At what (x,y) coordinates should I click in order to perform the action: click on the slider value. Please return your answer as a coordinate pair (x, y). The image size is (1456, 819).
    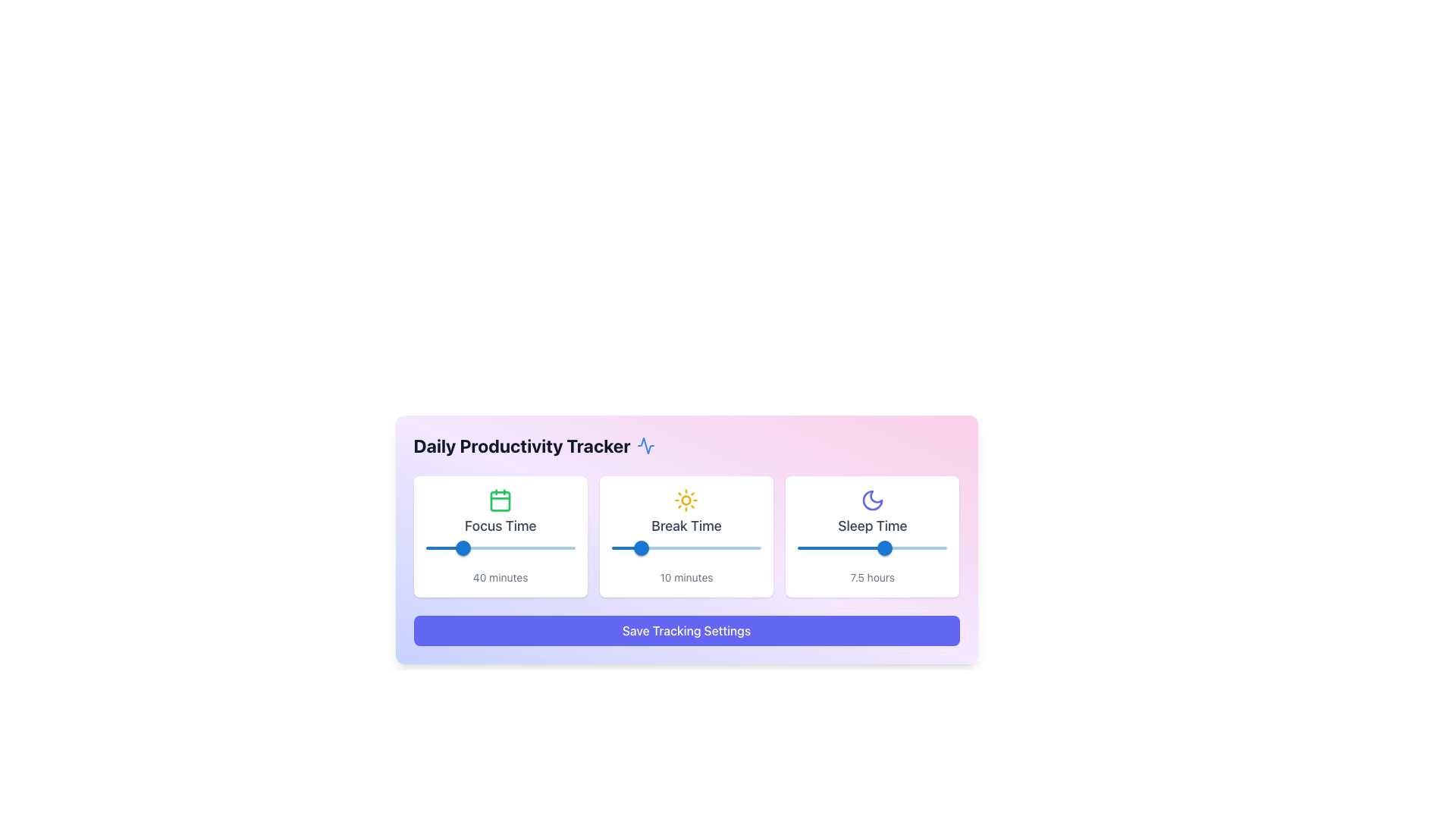
    Looking at the image, I should click on (946, 548).